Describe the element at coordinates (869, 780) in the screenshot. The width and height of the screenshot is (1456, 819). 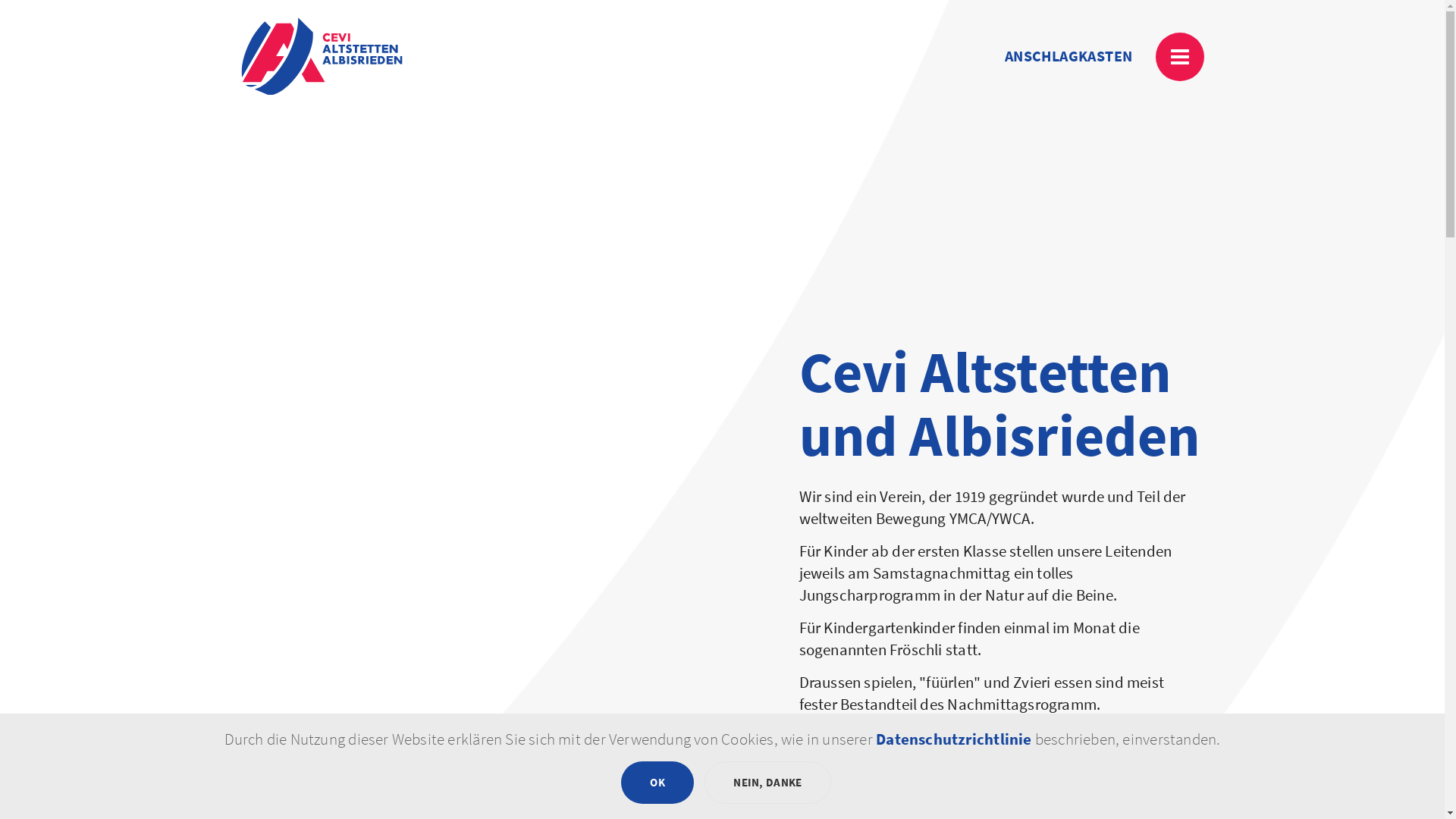
I see `'UNSER VEREIN'` at that location.